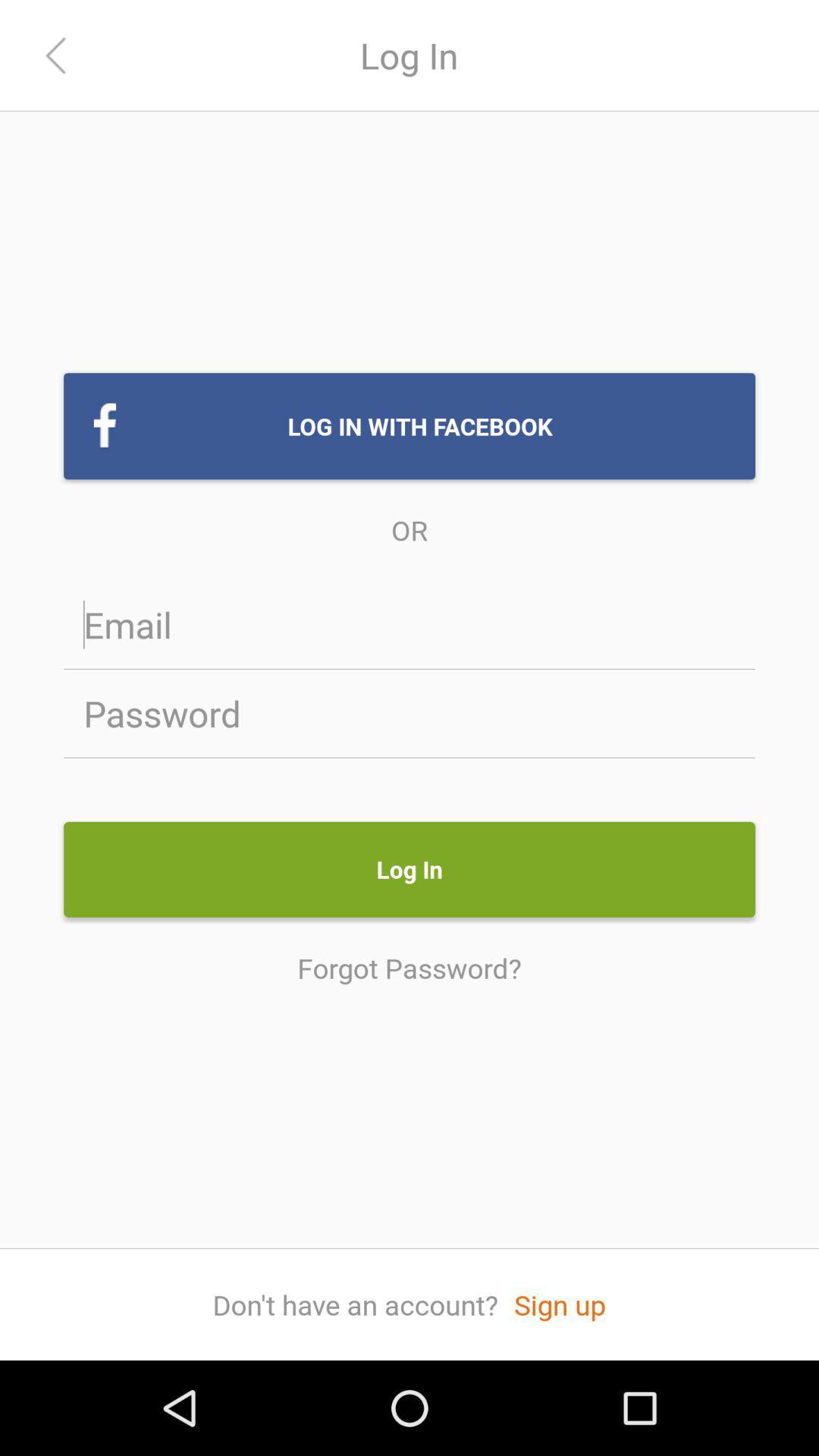 The image size is (819, 1456). Describe the element at coordinates (409, 712) in the screenshot. I see `login password` at that location.